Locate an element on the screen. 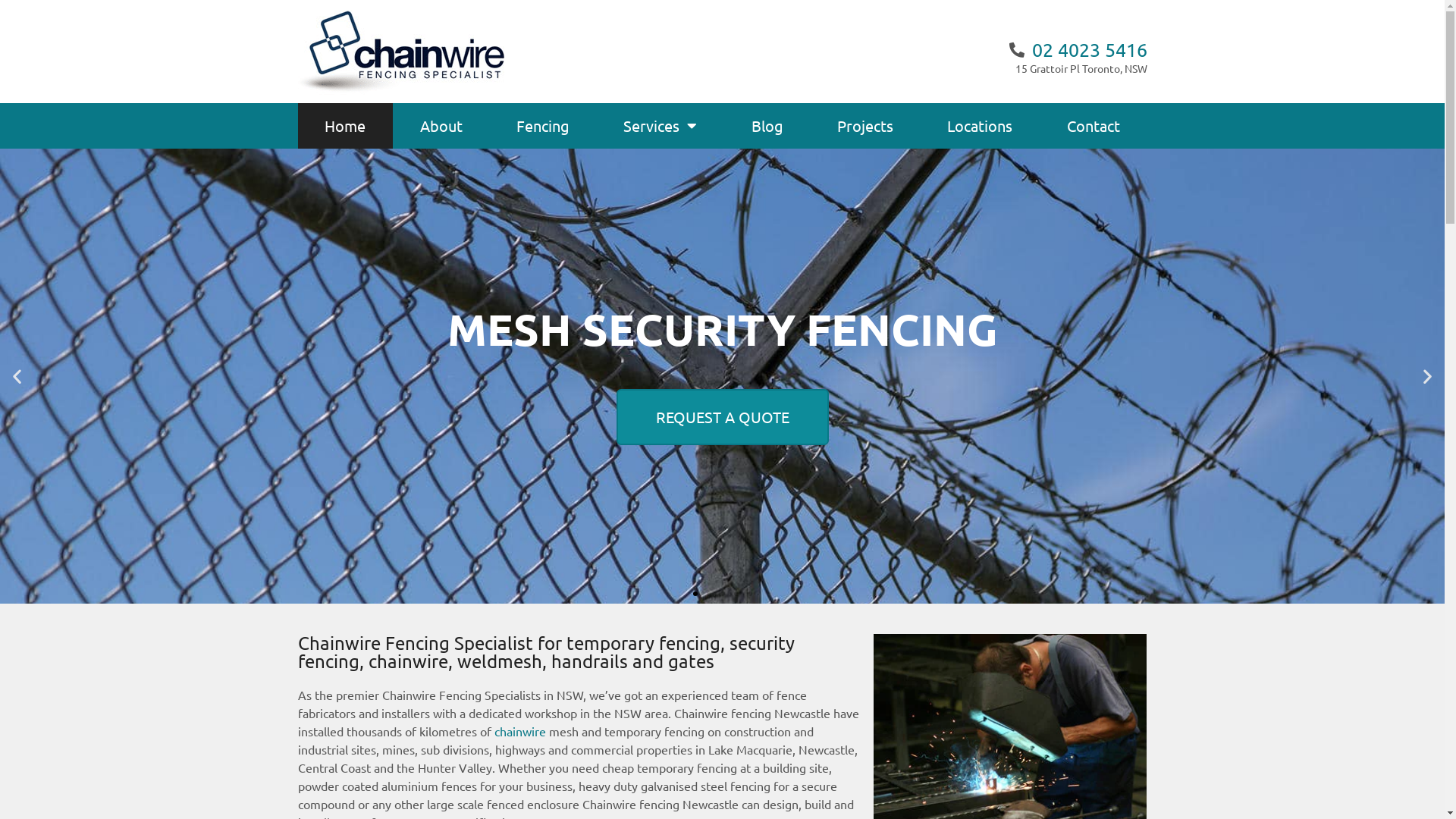  'Projects' is located at coordinates (864, 124).